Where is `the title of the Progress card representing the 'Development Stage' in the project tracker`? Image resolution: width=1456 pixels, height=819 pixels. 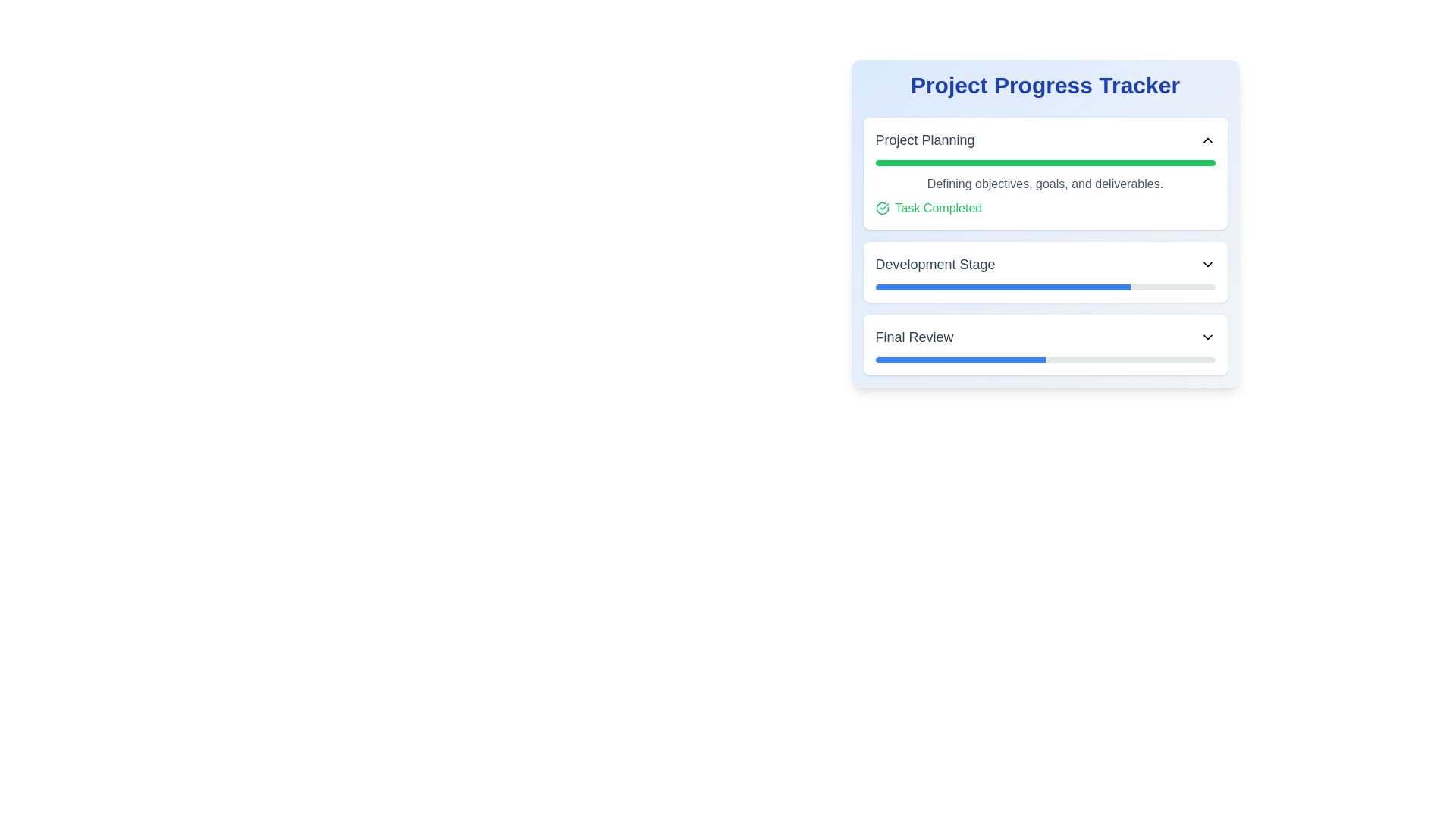
the title of the Progress card representing the 'Development Stage' in the project tracker is located at coordinates (1044, 271).